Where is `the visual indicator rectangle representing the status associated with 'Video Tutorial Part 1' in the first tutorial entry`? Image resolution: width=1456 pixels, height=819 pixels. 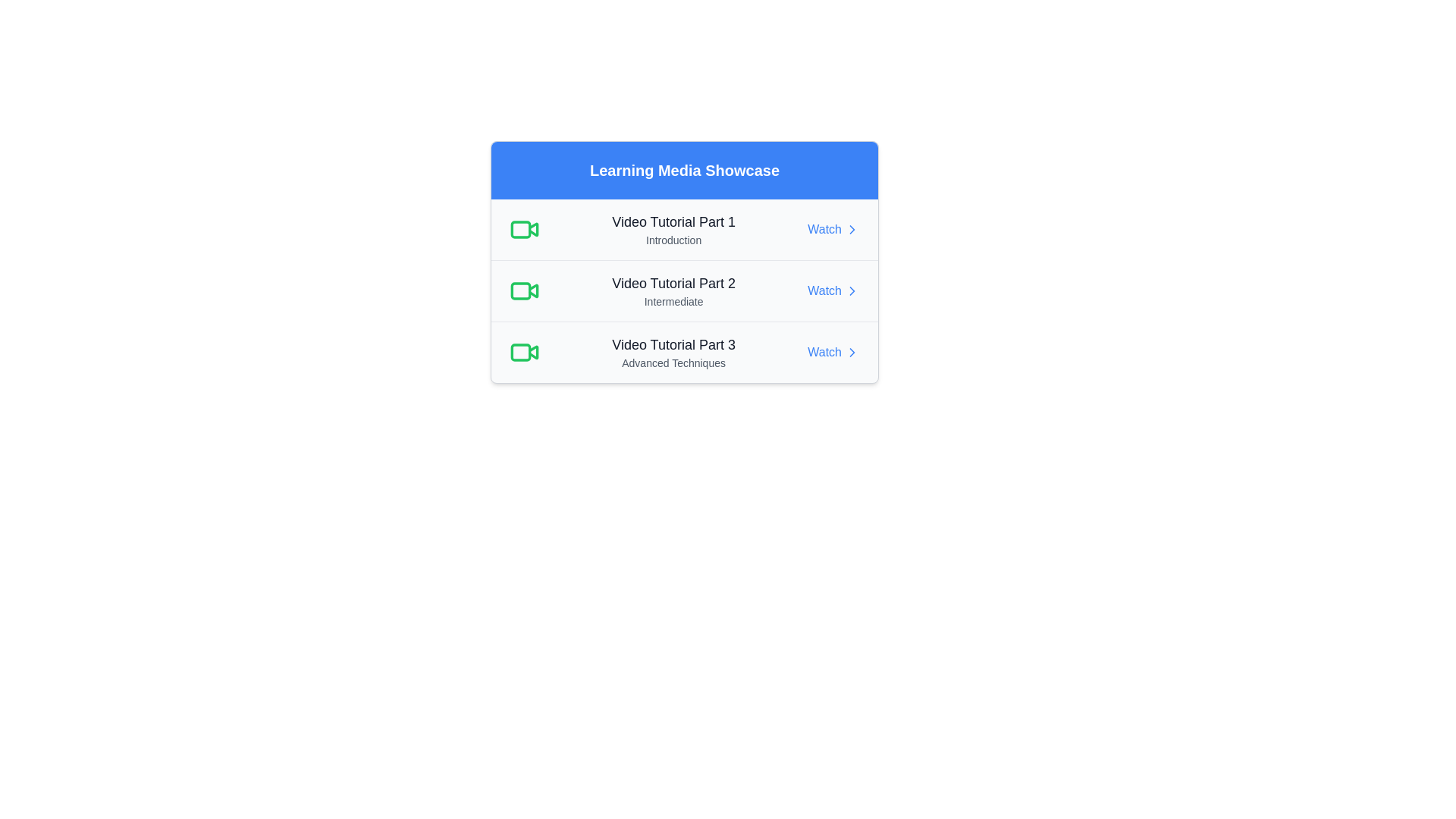 the visual indicator rectangle representing the status associated with 'Video Tutorial Part 1' in the first tutorial entry is located at coordinates (520, 230).